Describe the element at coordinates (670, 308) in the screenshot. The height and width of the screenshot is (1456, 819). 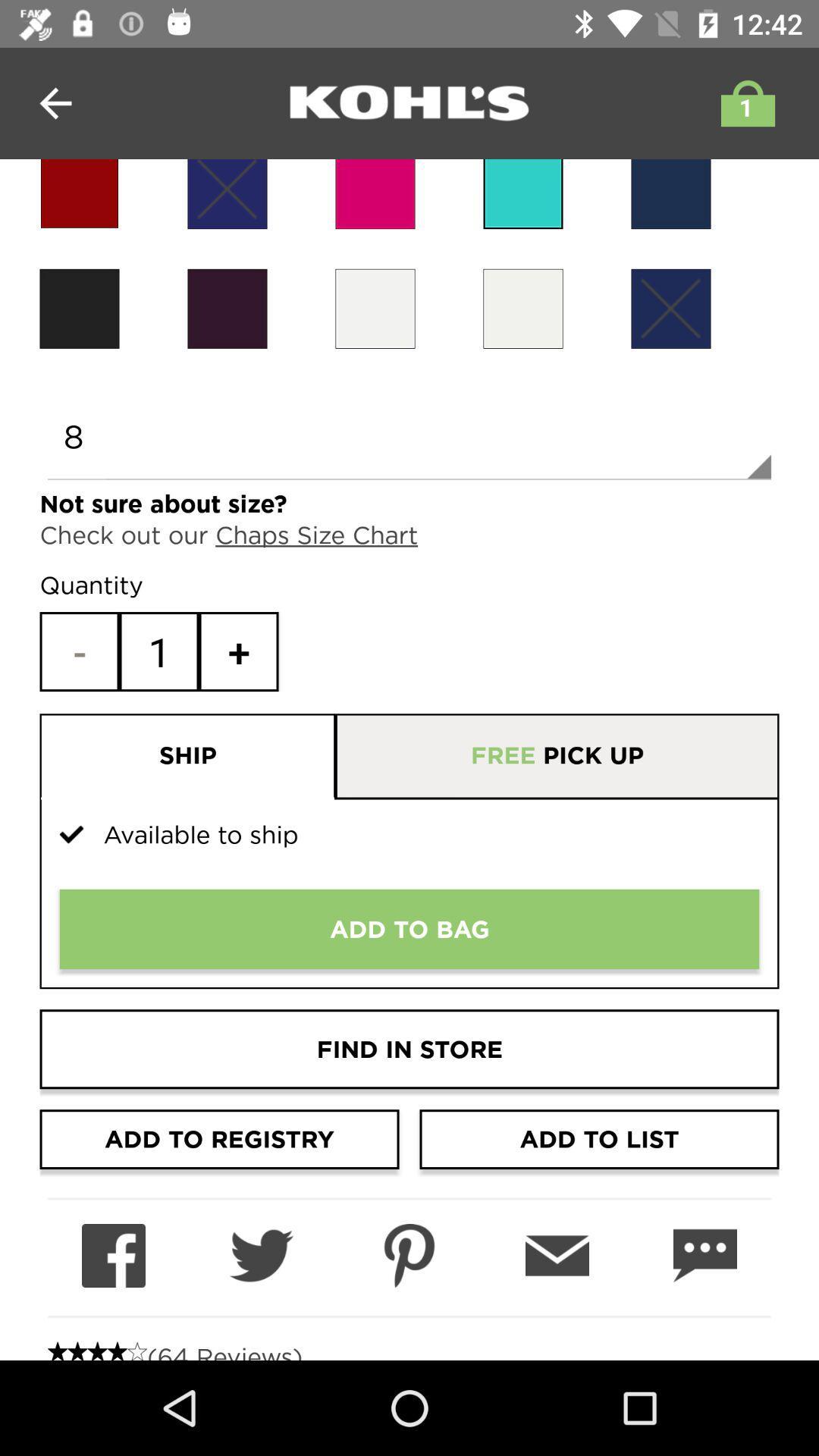
I see `chose color` at that location.